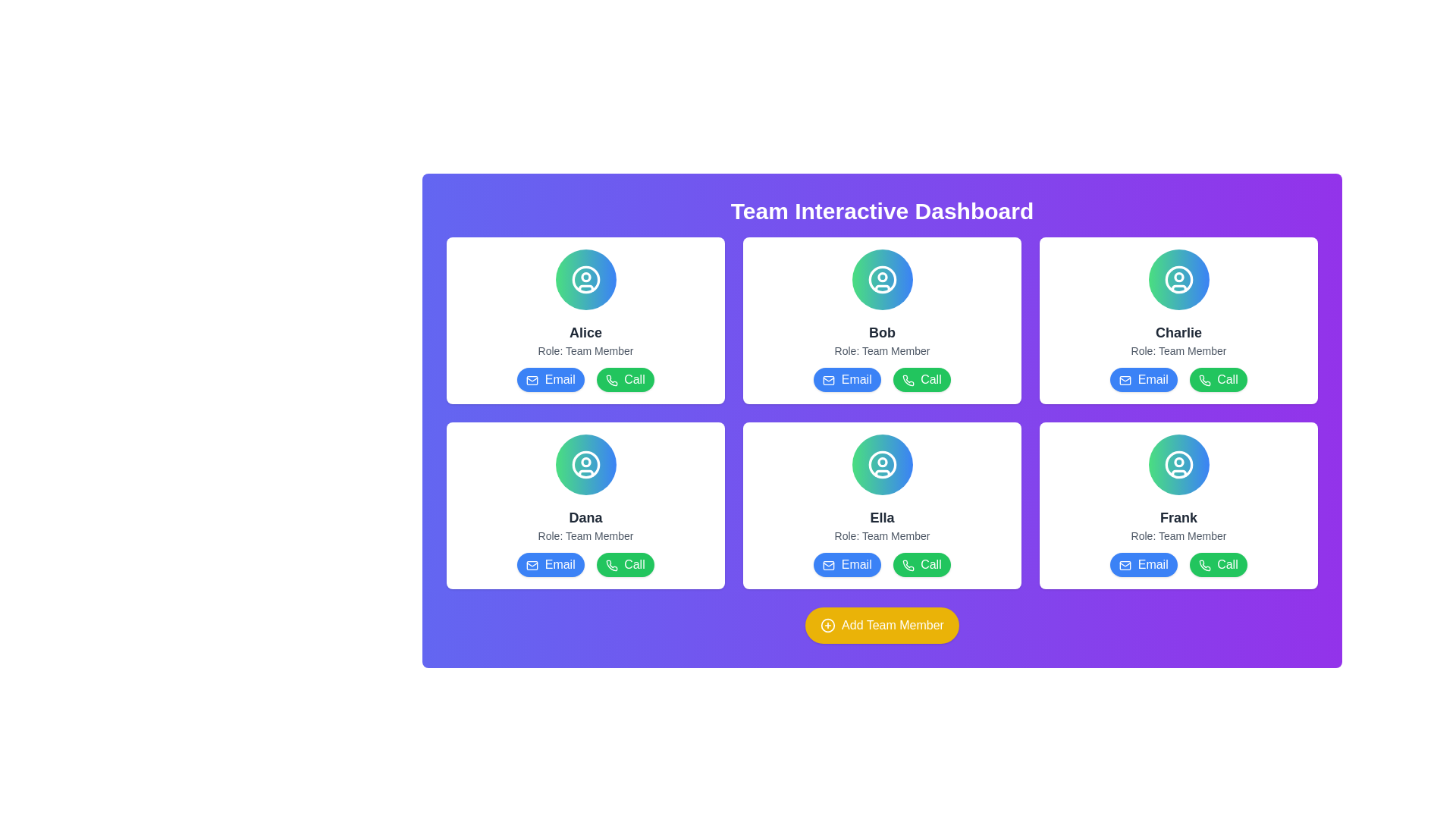  I want to click on the text label displaying the name 'Charlie' within the profile card, which is centered below the role icon and above the smaller text description, so click(1178, 332).